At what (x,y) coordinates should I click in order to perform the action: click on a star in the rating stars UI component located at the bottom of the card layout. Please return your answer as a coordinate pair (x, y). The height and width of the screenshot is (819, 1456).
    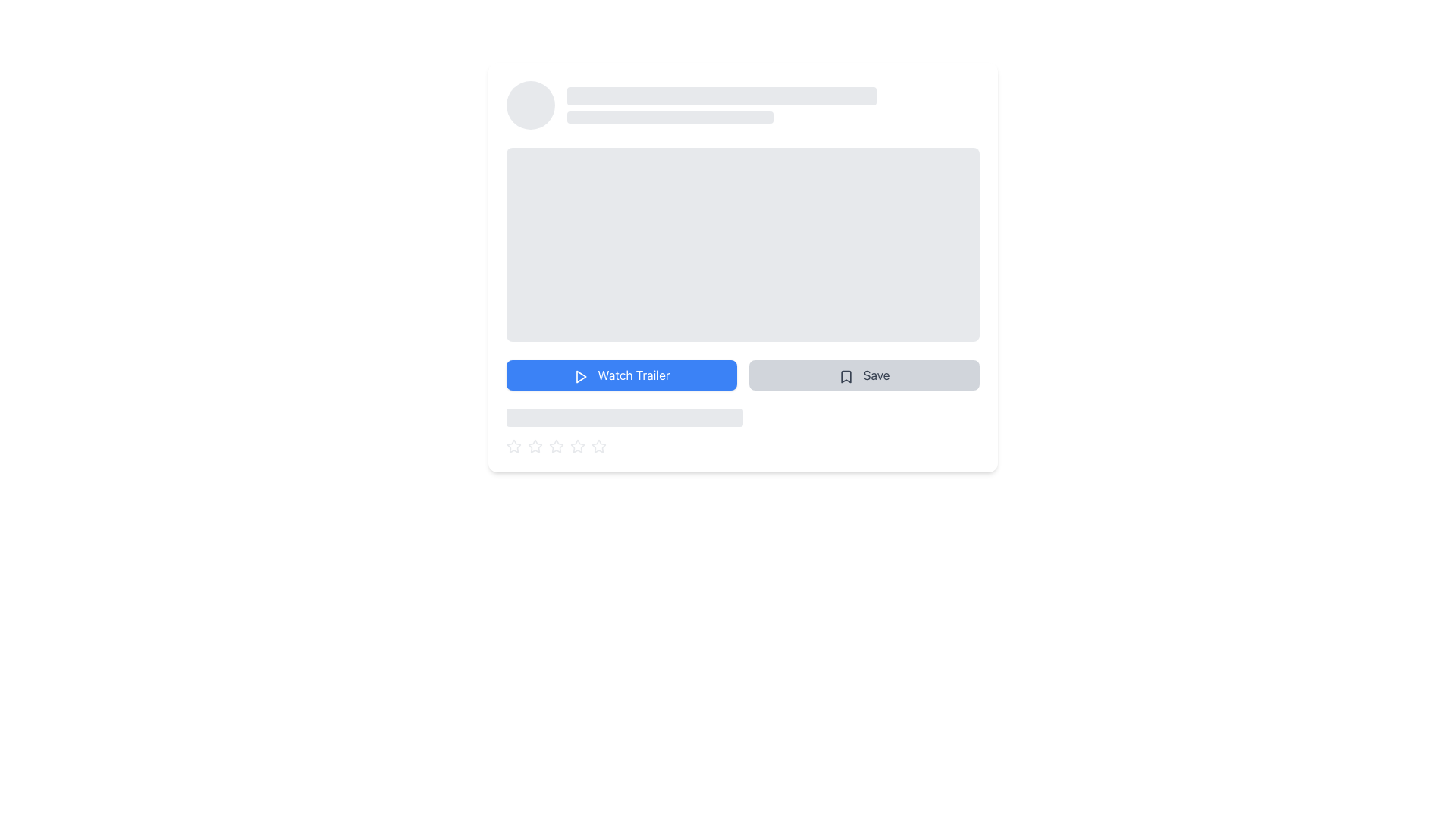
    Looking at the image, I should click on (742, 446).